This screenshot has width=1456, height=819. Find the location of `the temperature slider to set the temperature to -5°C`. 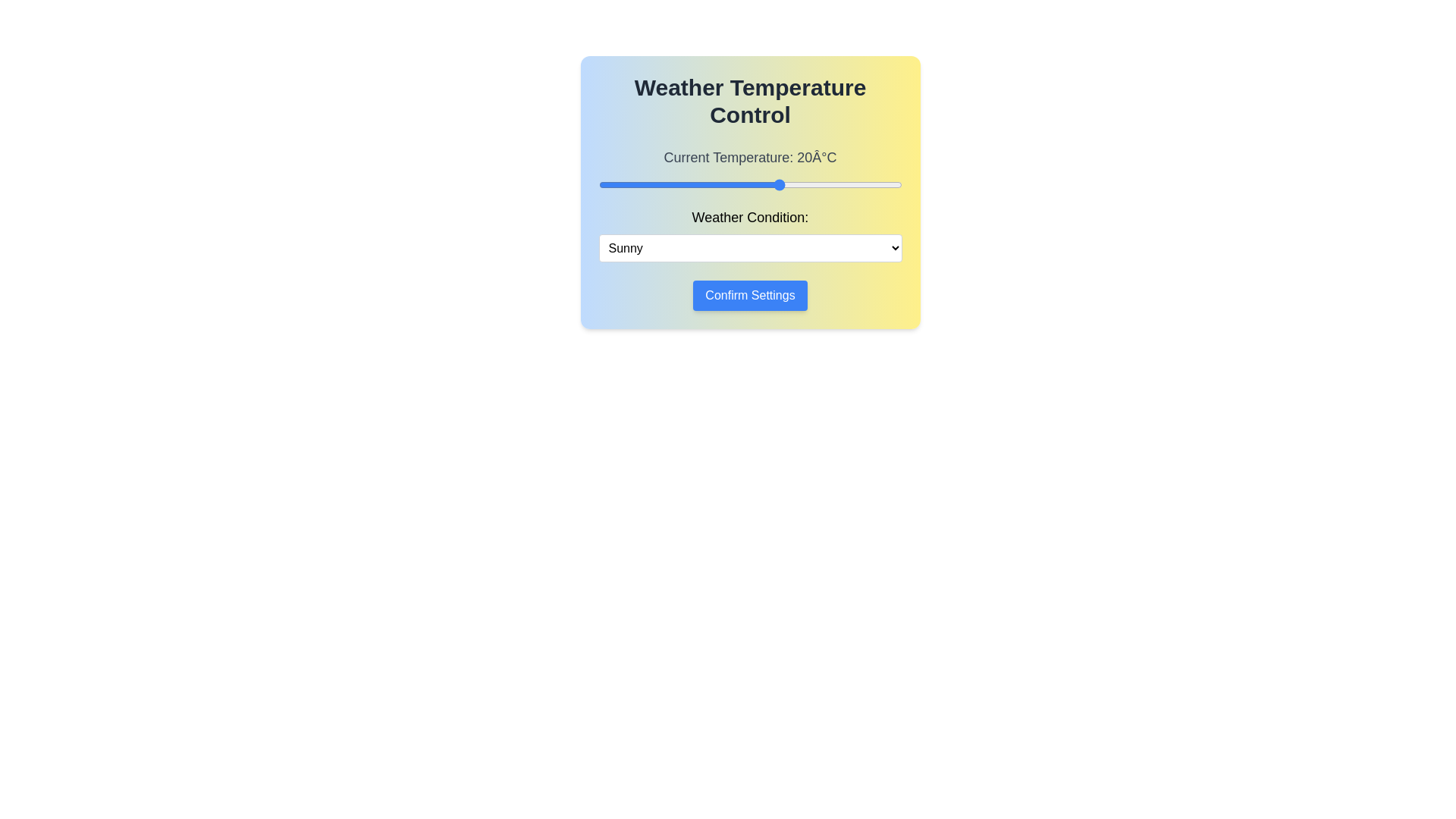

the temperature slider to set the temperature to -5°C is located at coordinates (629, 184).